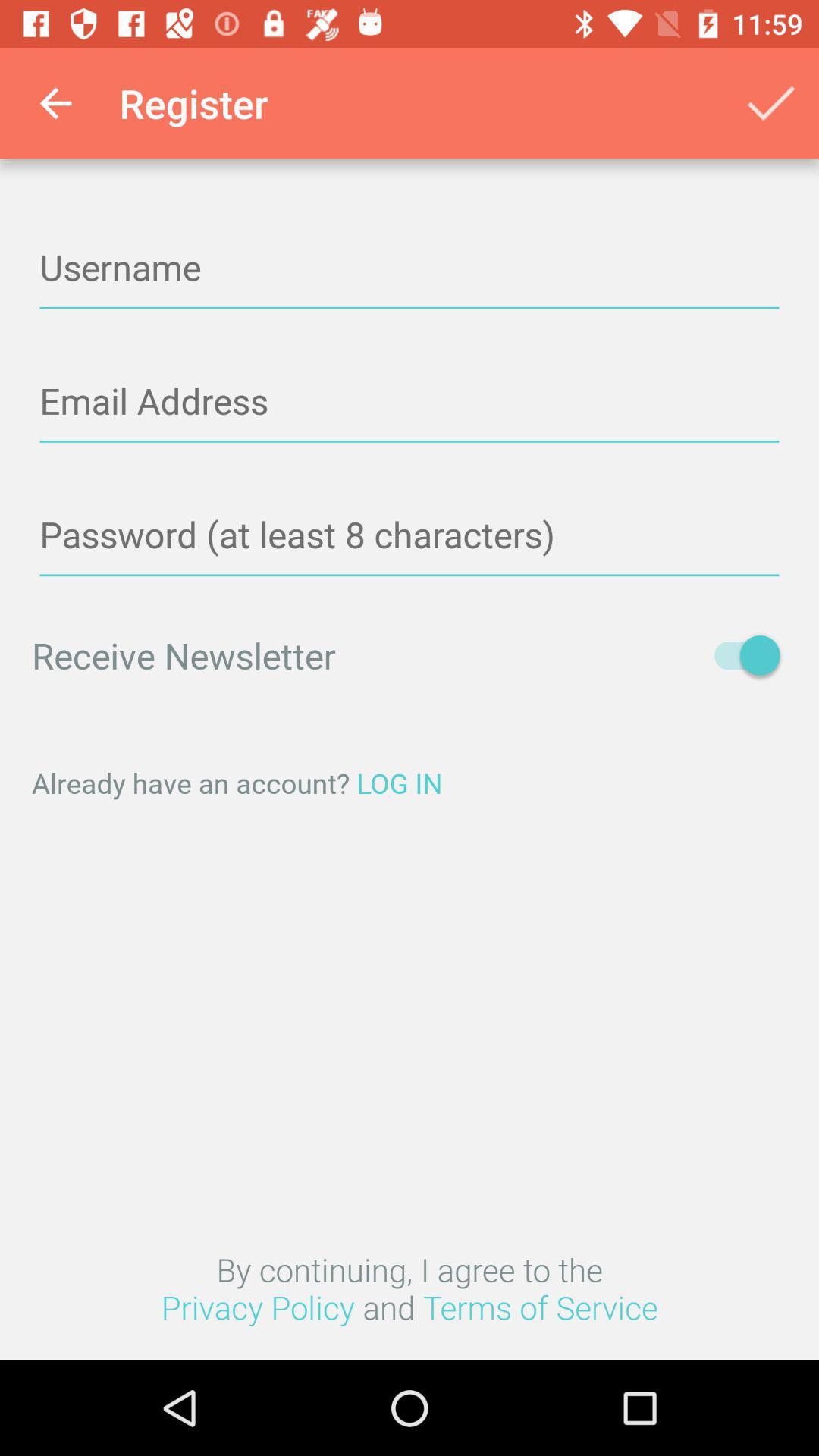  I want to click on icon to the left of register item, so click(55, 102).